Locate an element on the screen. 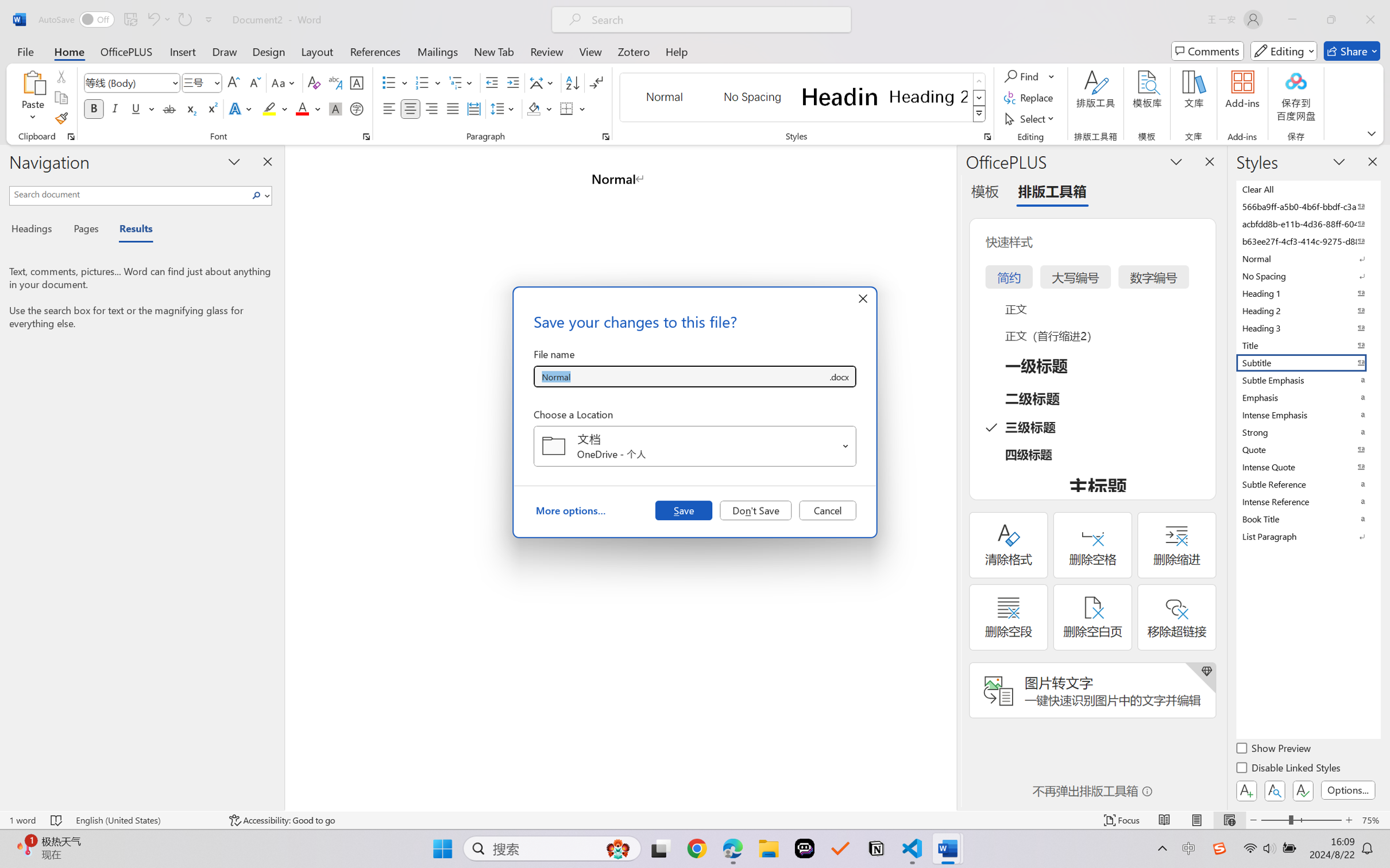 The image size is (1390, 868). 'b63ee27f-4cf3-414c-9275-d88e3f90795e' is located at coordinates (1307, 241).